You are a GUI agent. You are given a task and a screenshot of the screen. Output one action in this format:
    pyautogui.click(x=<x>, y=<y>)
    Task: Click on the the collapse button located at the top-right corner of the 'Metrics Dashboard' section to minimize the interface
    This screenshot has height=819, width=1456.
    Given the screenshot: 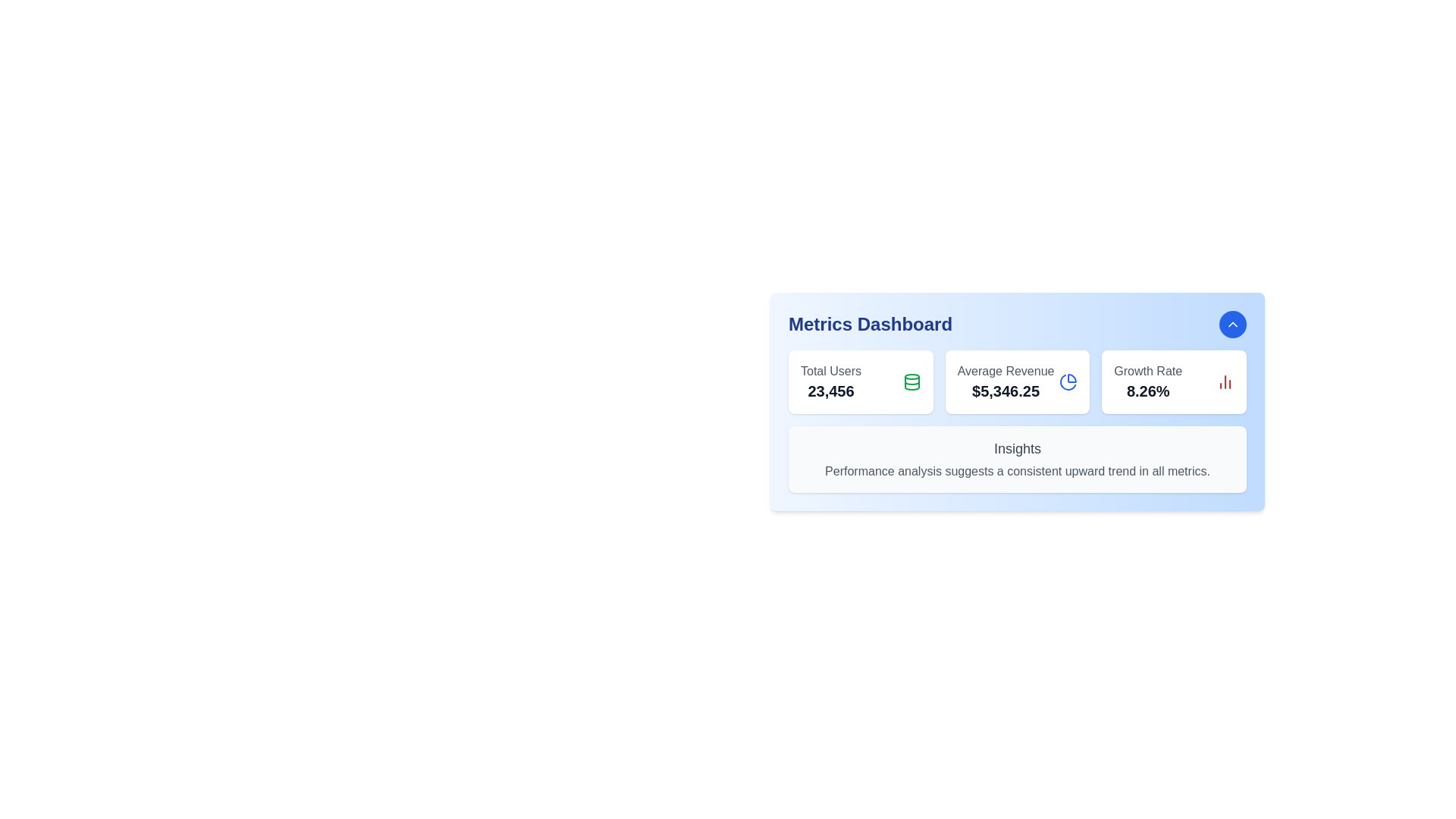 What is the action you would take?
    pyautogui.click(x=1233, y=324)
    